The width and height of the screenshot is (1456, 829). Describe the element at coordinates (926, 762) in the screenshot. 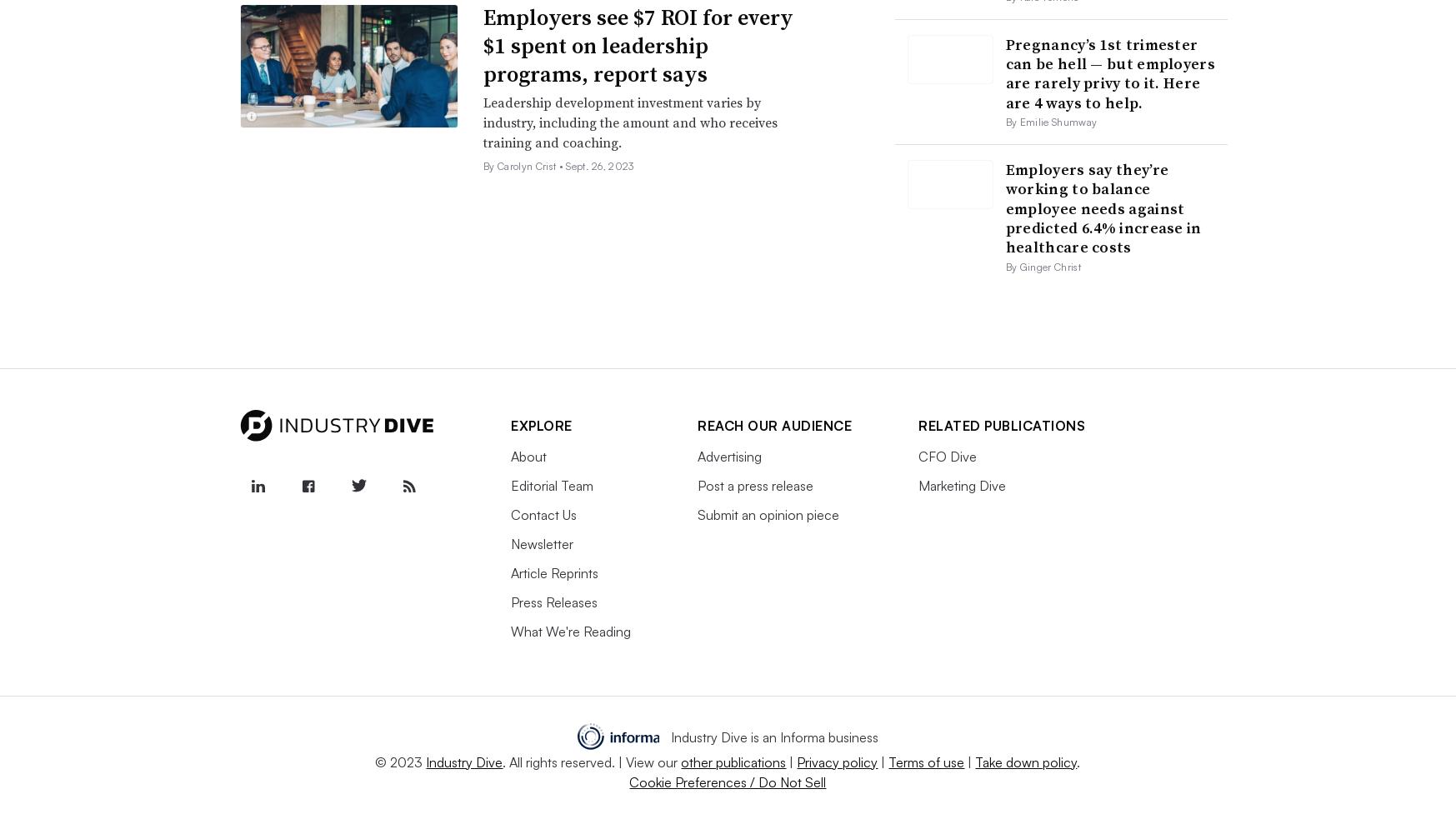

I see `'Terms of use'` at that location.